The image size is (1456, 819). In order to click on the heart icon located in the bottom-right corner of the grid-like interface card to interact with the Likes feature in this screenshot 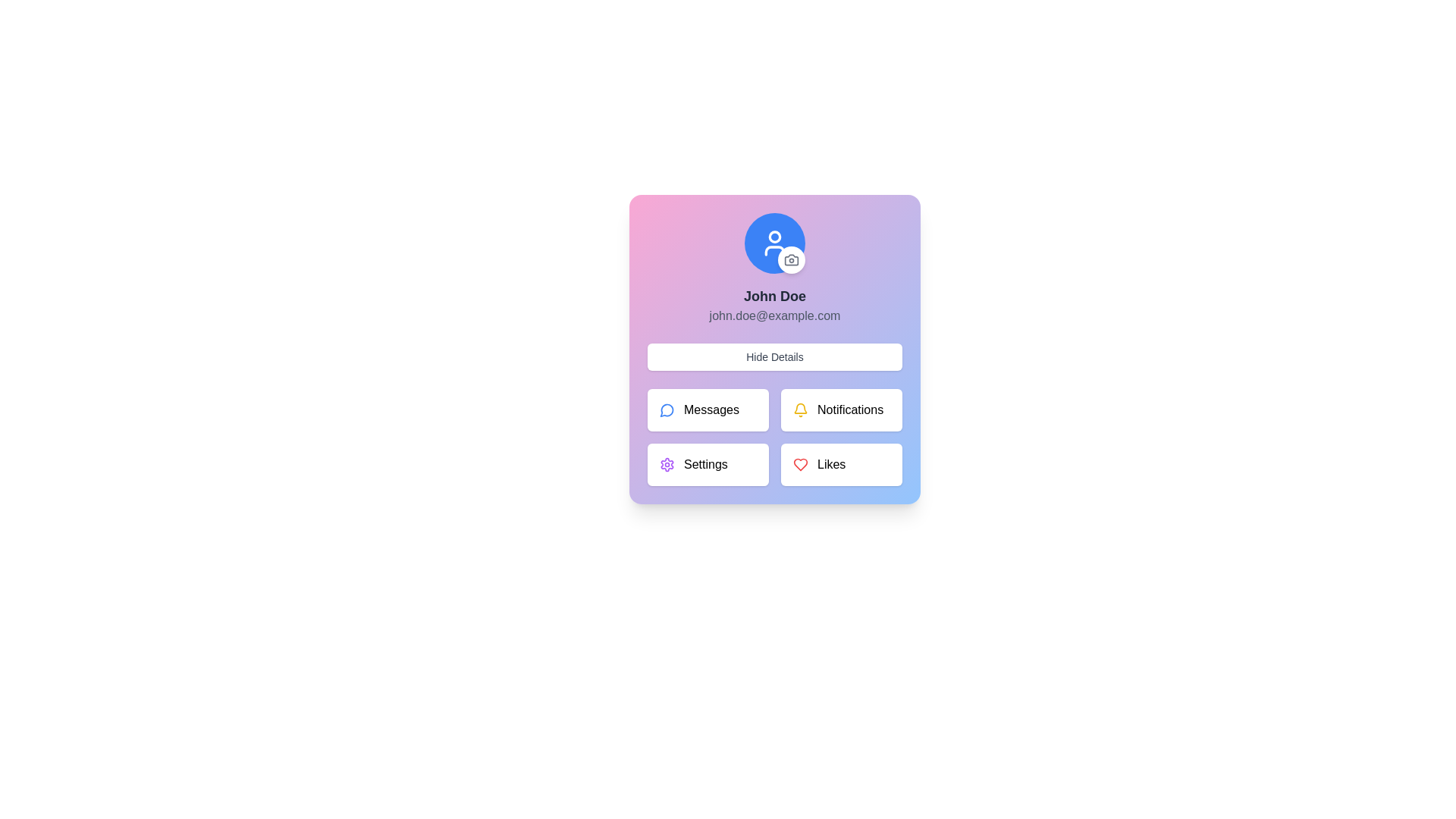, I will do `click(800, 464)`.